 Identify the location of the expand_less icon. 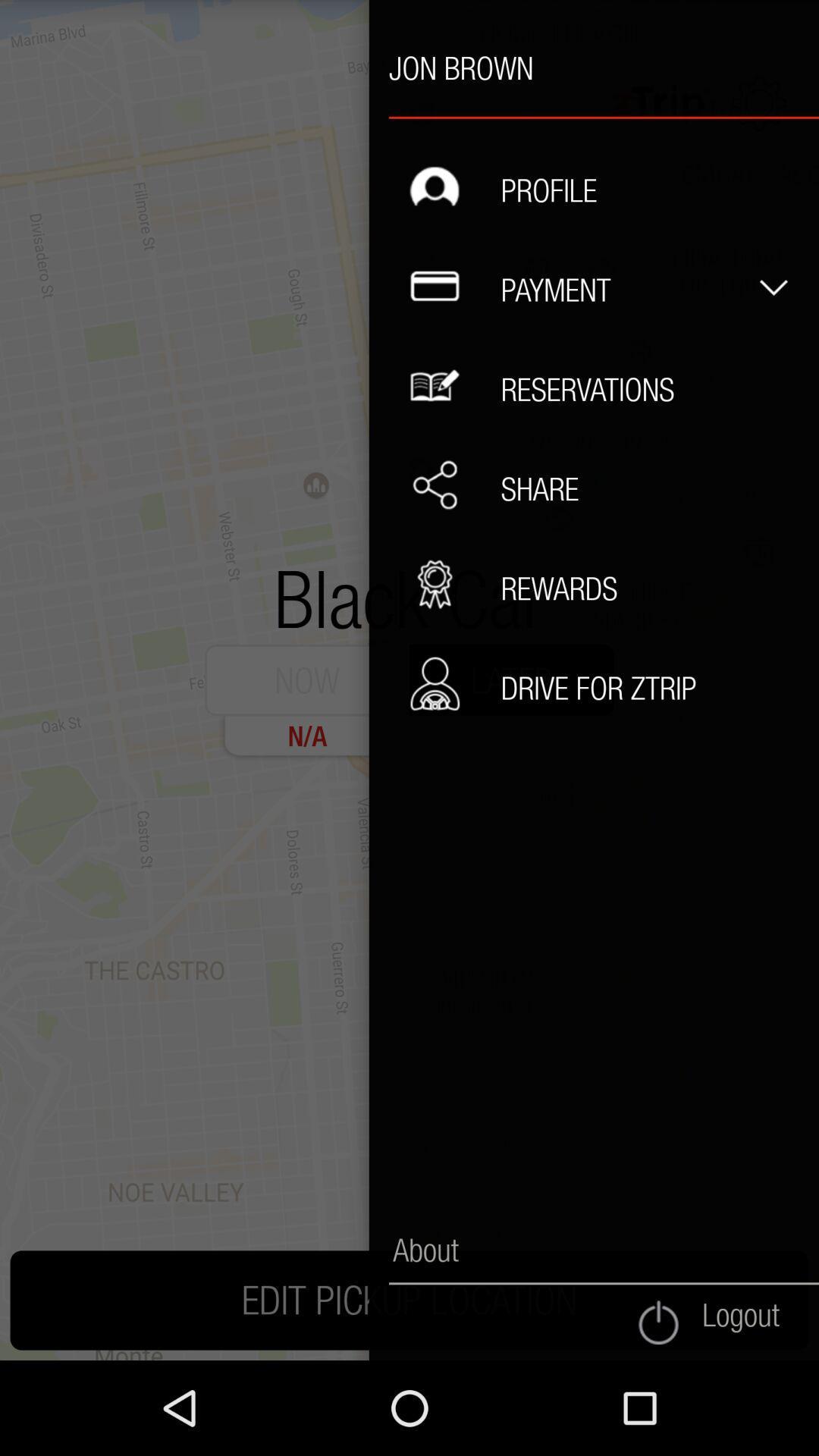
(759, 110).